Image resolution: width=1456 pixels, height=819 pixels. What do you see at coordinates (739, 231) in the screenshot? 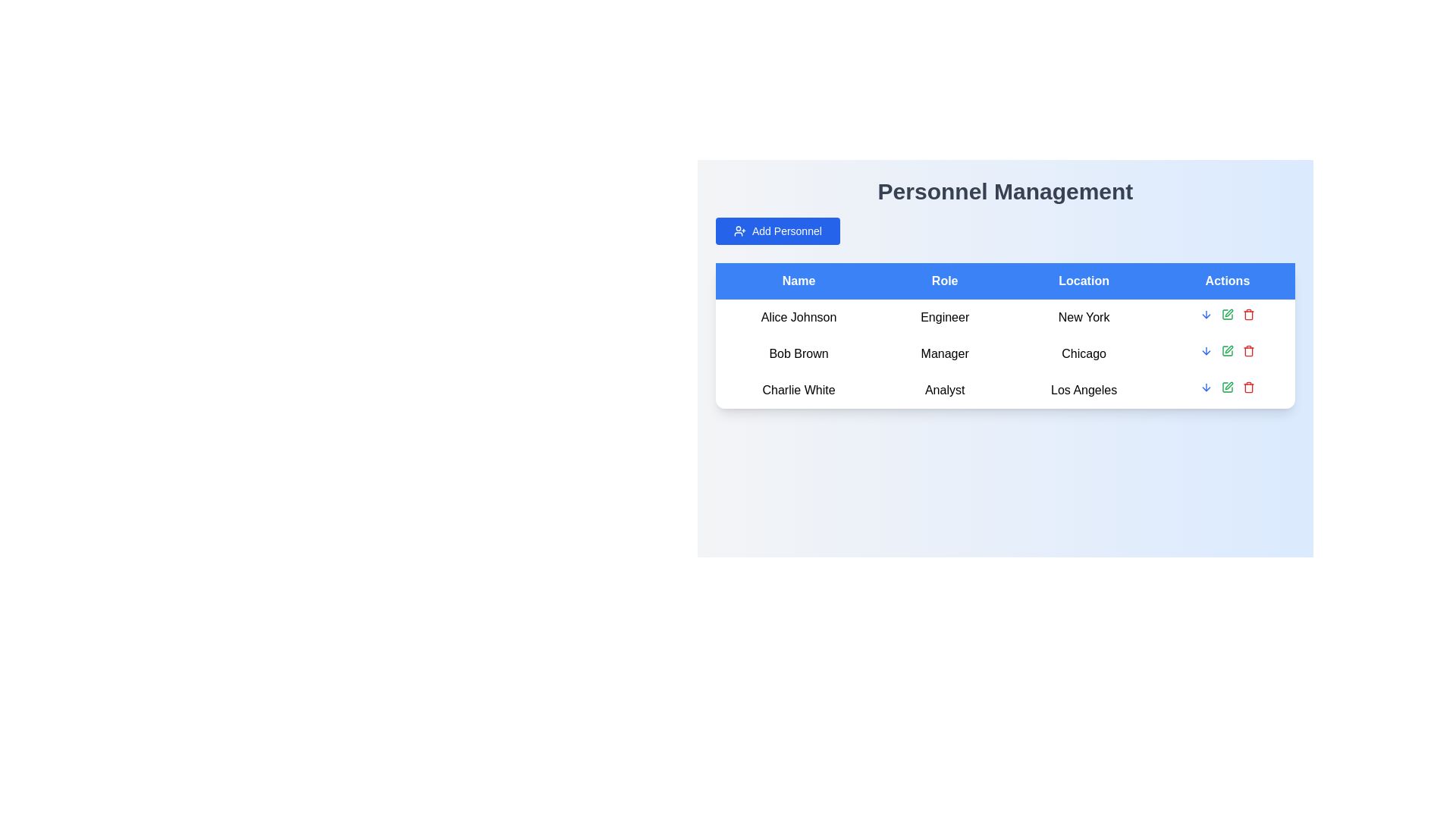
I see `the user icon with a plus symbol inside the 'Add Personnel' button located at the top left of the interface` at bounding box center [739, 231].